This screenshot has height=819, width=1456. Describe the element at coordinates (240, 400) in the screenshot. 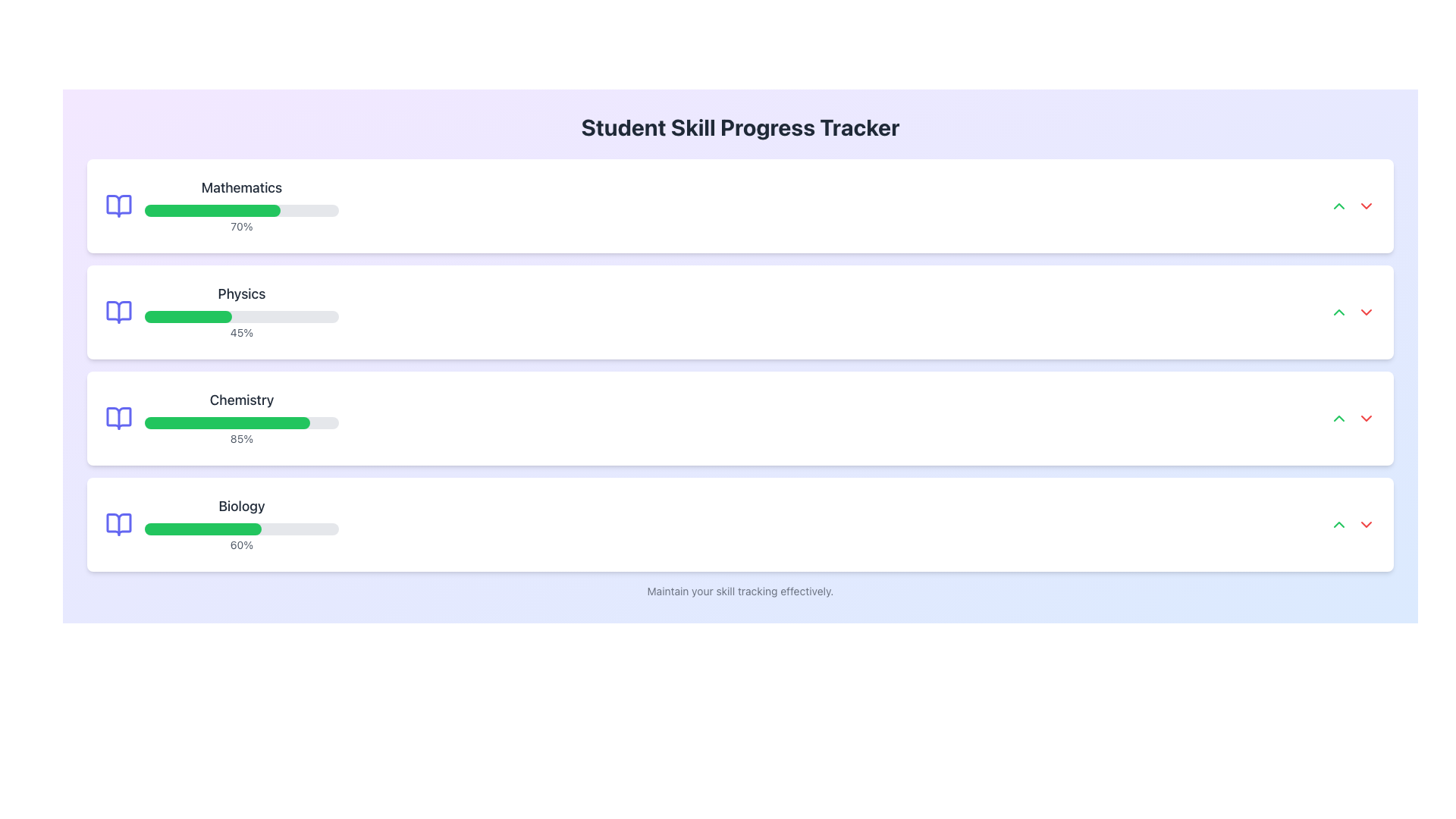

I see `the title text 'Chemistry' in the third entry of the skill progress list, which is styled in dark gray and indicates '85%'` at that location.